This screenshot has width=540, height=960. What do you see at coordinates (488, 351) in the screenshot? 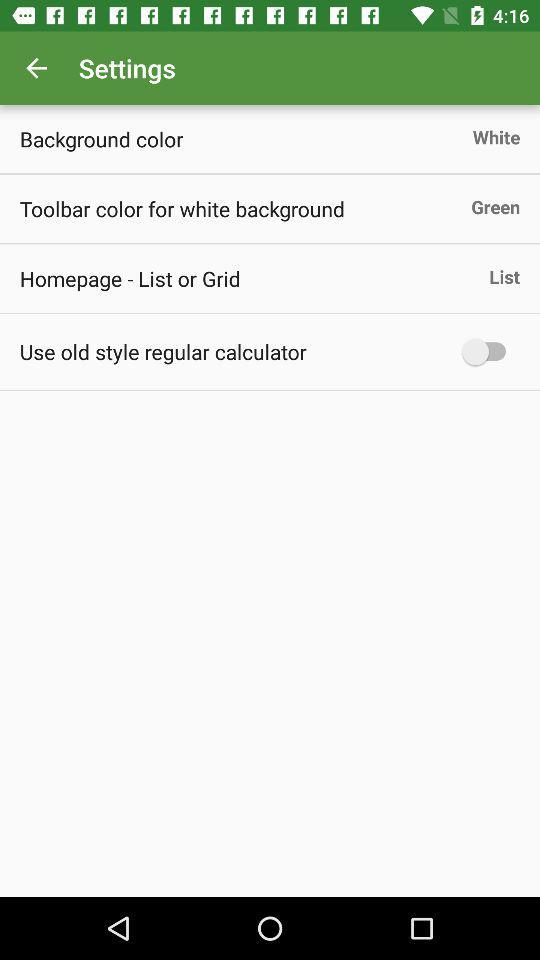
I see `the item on the right` at bounding box center [488, 351].